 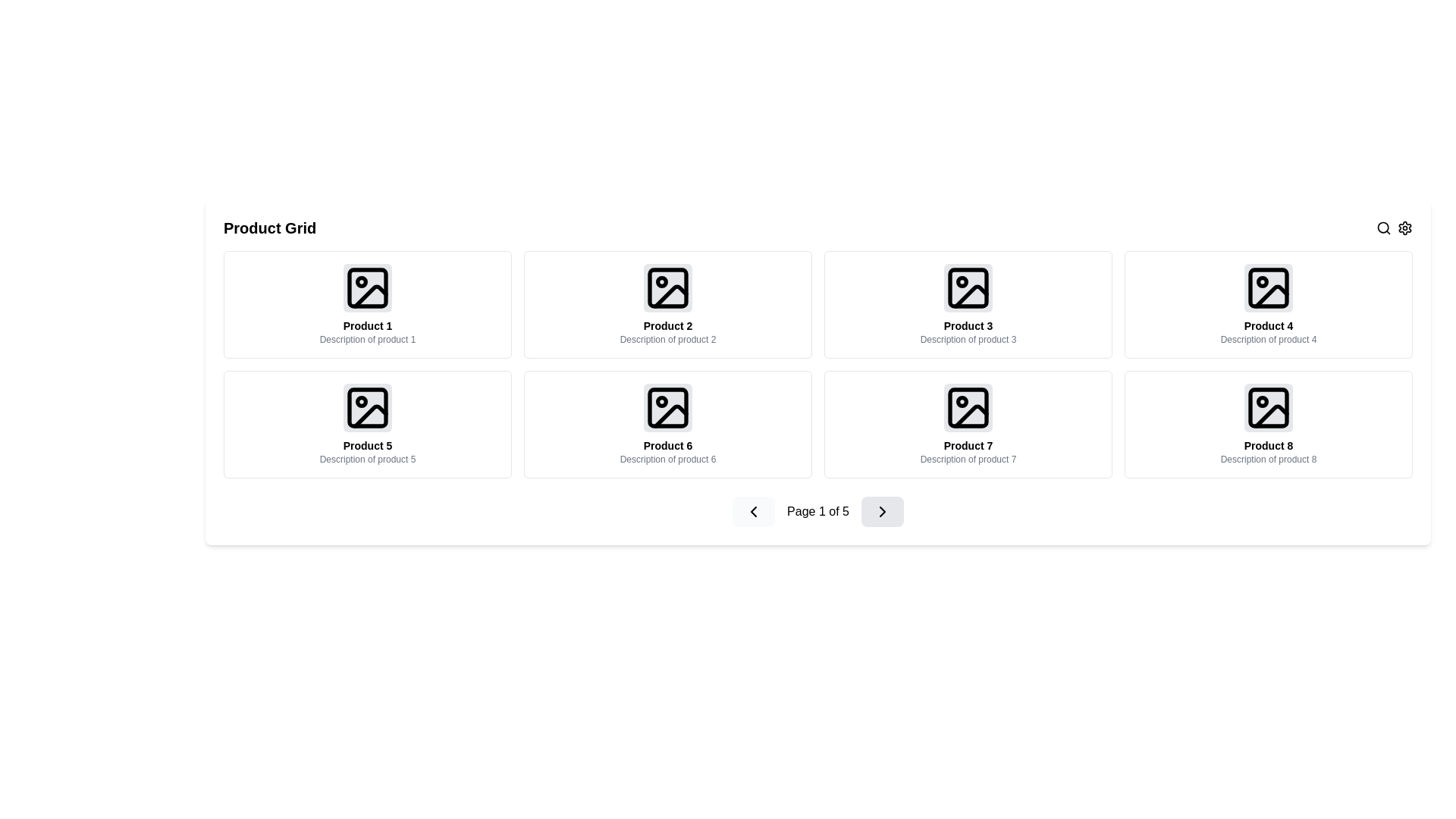 I want to click on the information card presenting details about 'Product 4', located in the second row and second column of the grid layout, so click(x=1269, y=304).